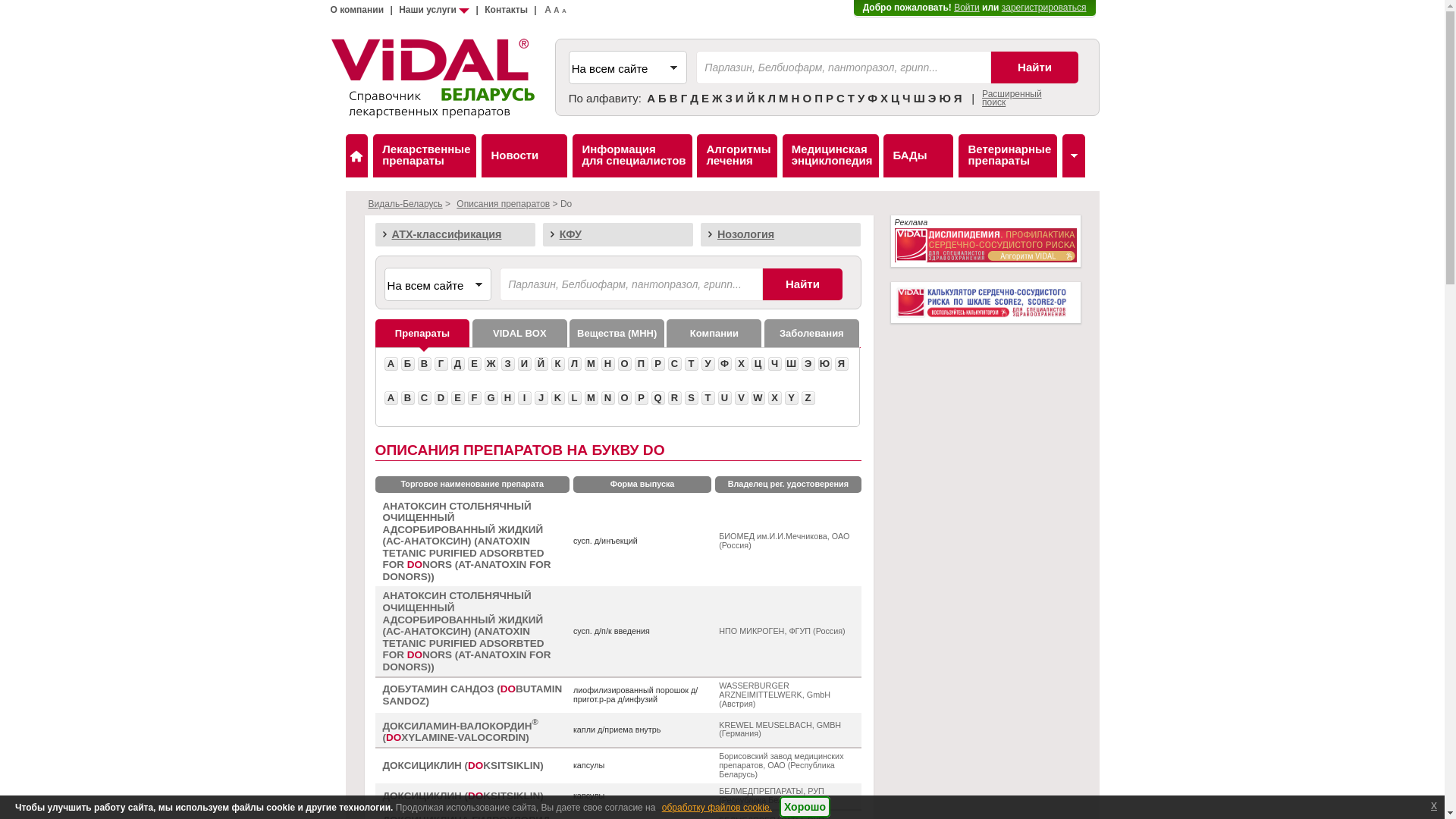 The width and height of the screenshot is (1456, 819). What do you see at coordinates (683, 397) in the screenshot?
I see `'S'` at bounding box center [683, 397].